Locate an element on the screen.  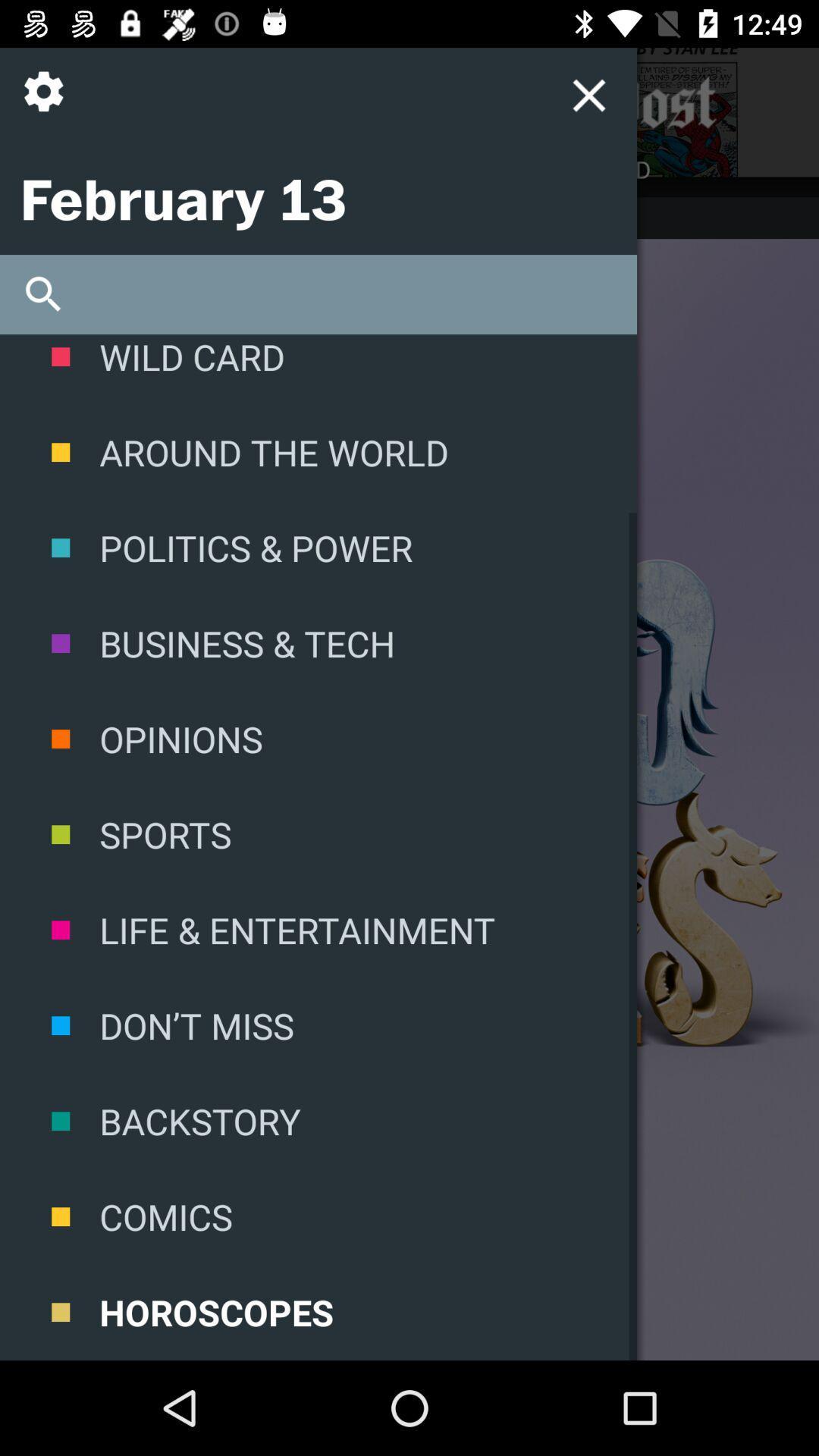
search bar is located at coordinates (318, 294).